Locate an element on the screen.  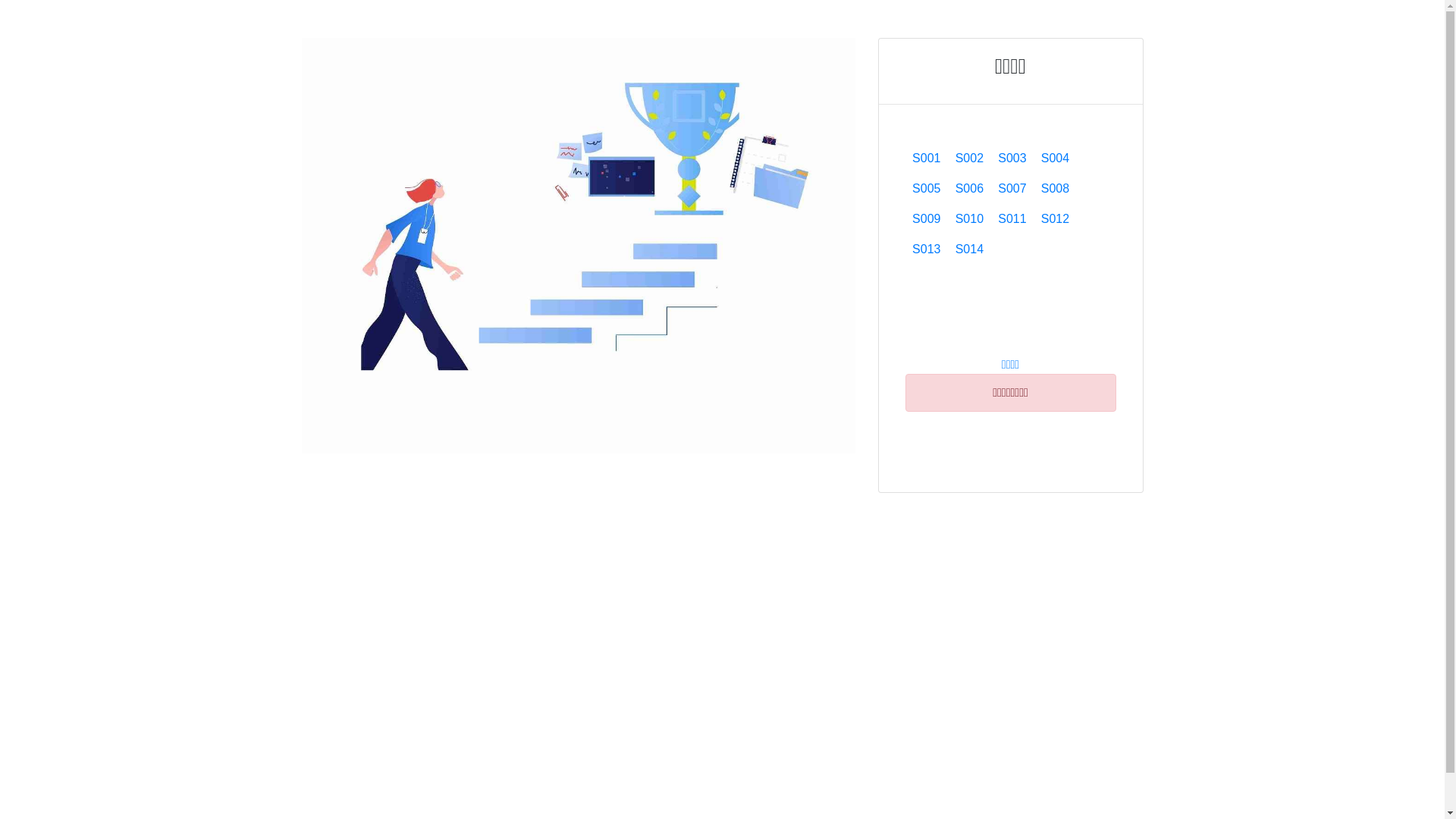
'S011' is located at coordinates (1012, 219).